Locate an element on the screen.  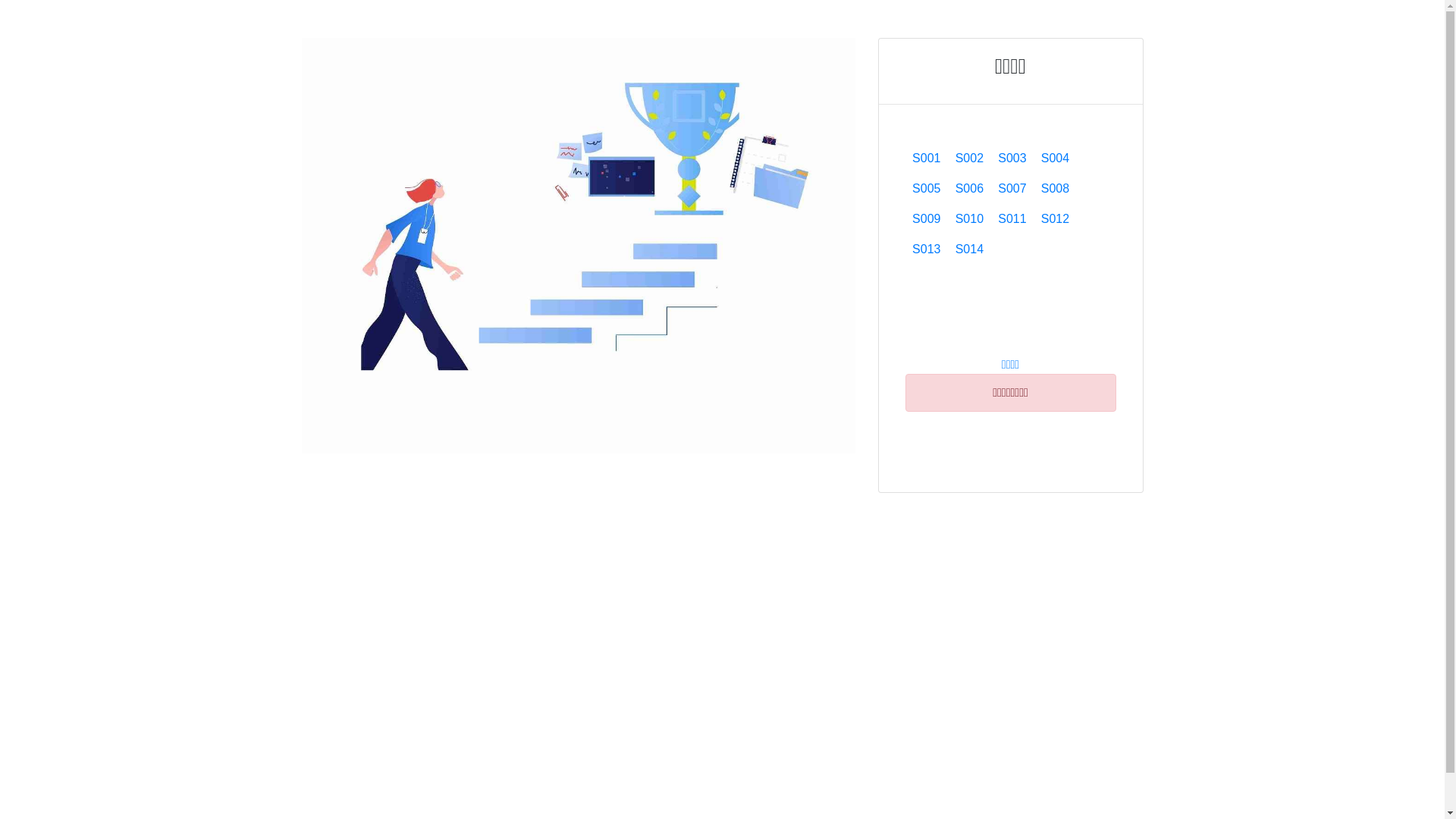
'S011' is located at coordinates (1012, 219).